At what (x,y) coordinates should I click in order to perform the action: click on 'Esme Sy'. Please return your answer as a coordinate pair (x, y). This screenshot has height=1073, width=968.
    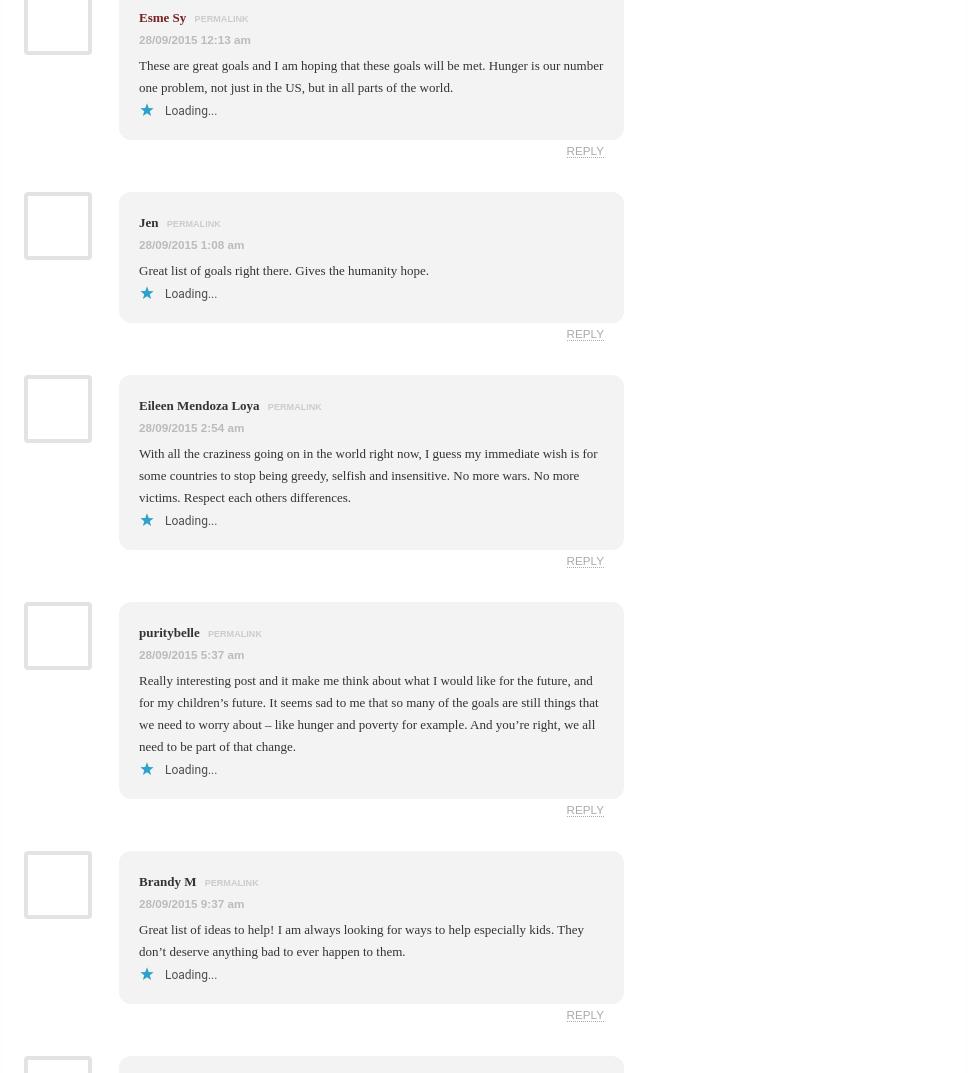
    Looking at the image, I should click on (162, 15).